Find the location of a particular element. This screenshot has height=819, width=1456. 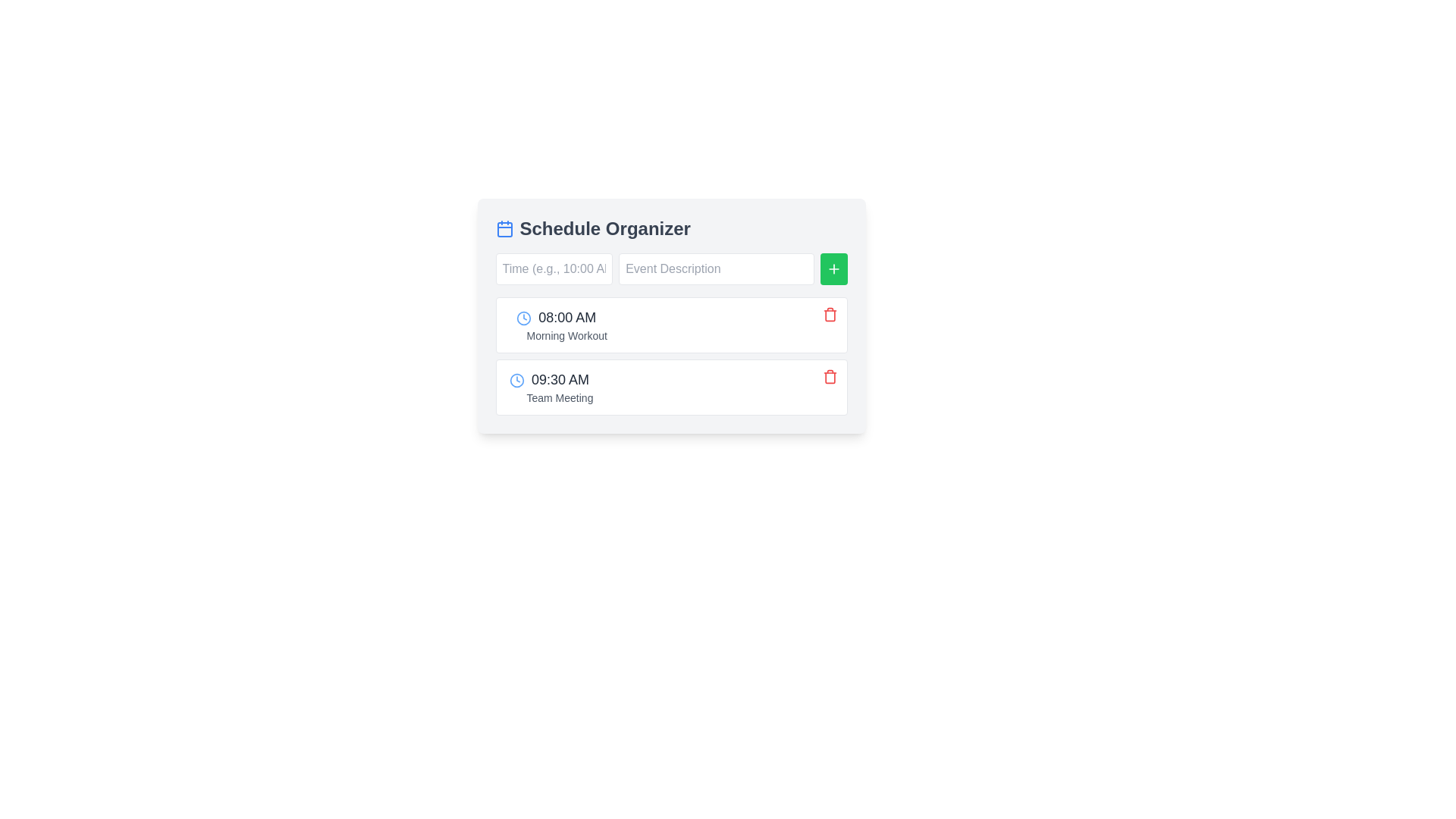

the calendar icon element, which is a rounded rectangle with a blue outline and markings for days or events, located in the top-left section of the Schedule Organizer widget is located at coordinates (504, 230).